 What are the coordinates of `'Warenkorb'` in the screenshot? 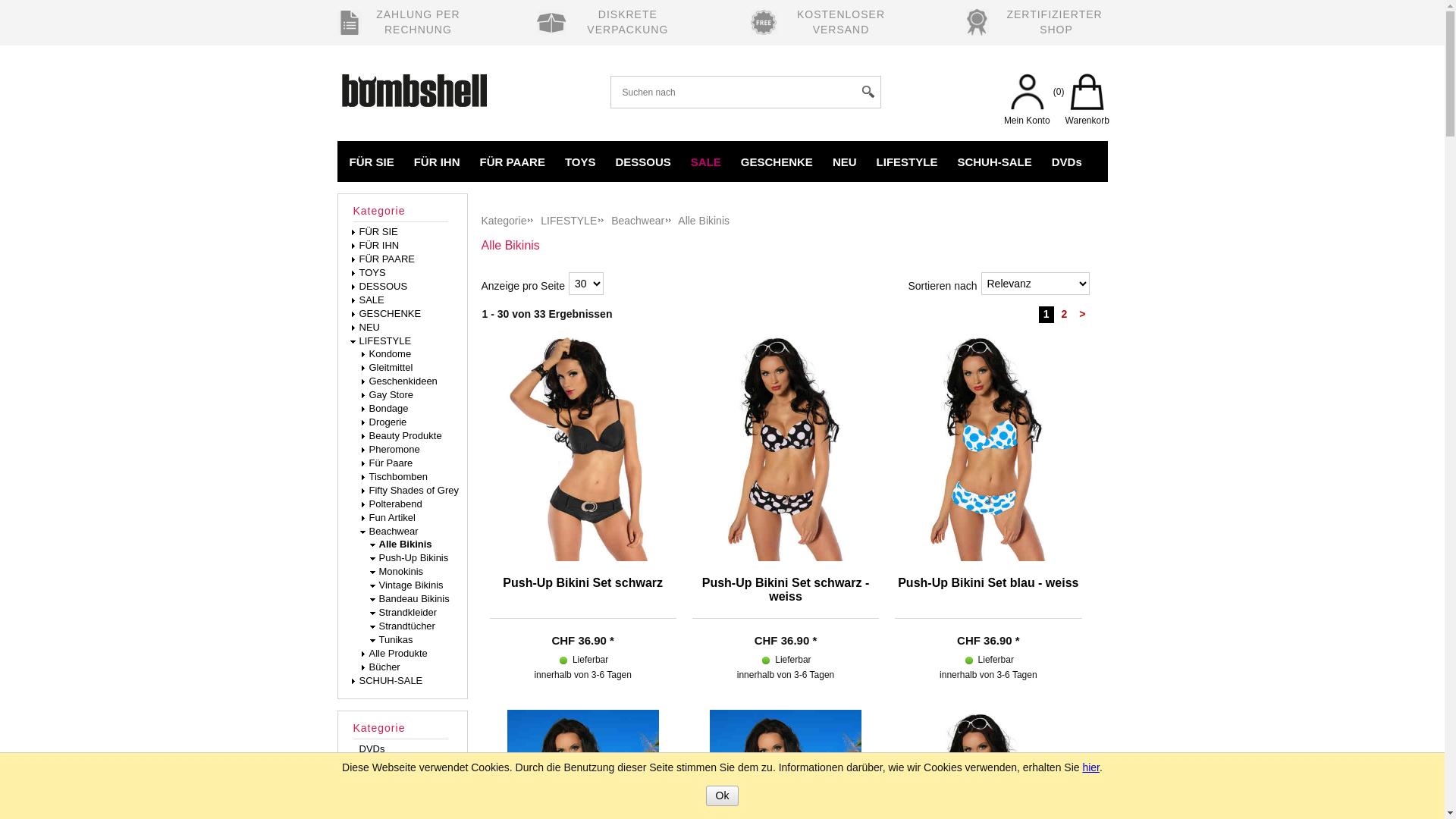 It's located at (1086, 93).